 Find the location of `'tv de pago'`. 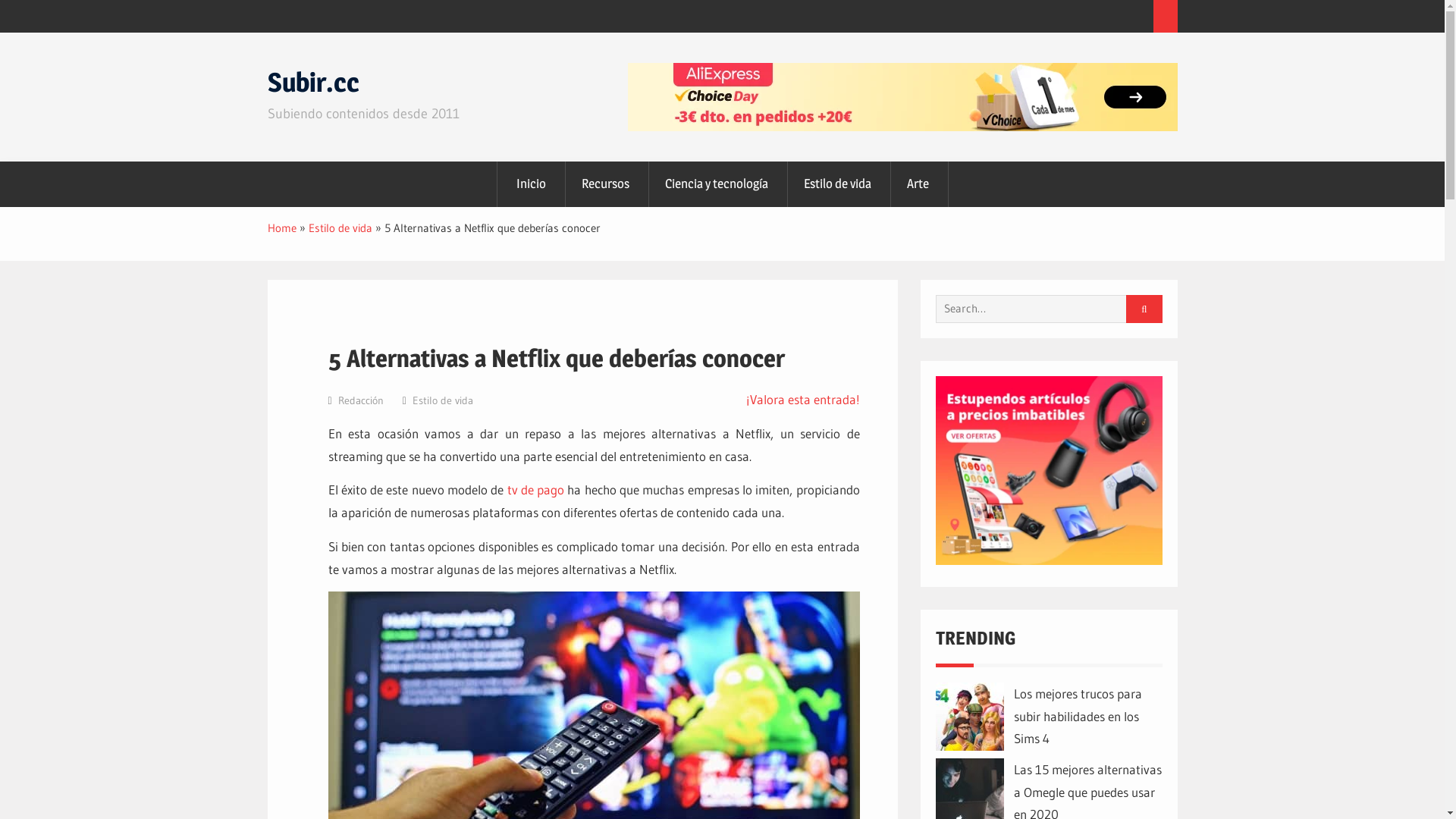

'tv de pago' is located at coordinates (535, 489).